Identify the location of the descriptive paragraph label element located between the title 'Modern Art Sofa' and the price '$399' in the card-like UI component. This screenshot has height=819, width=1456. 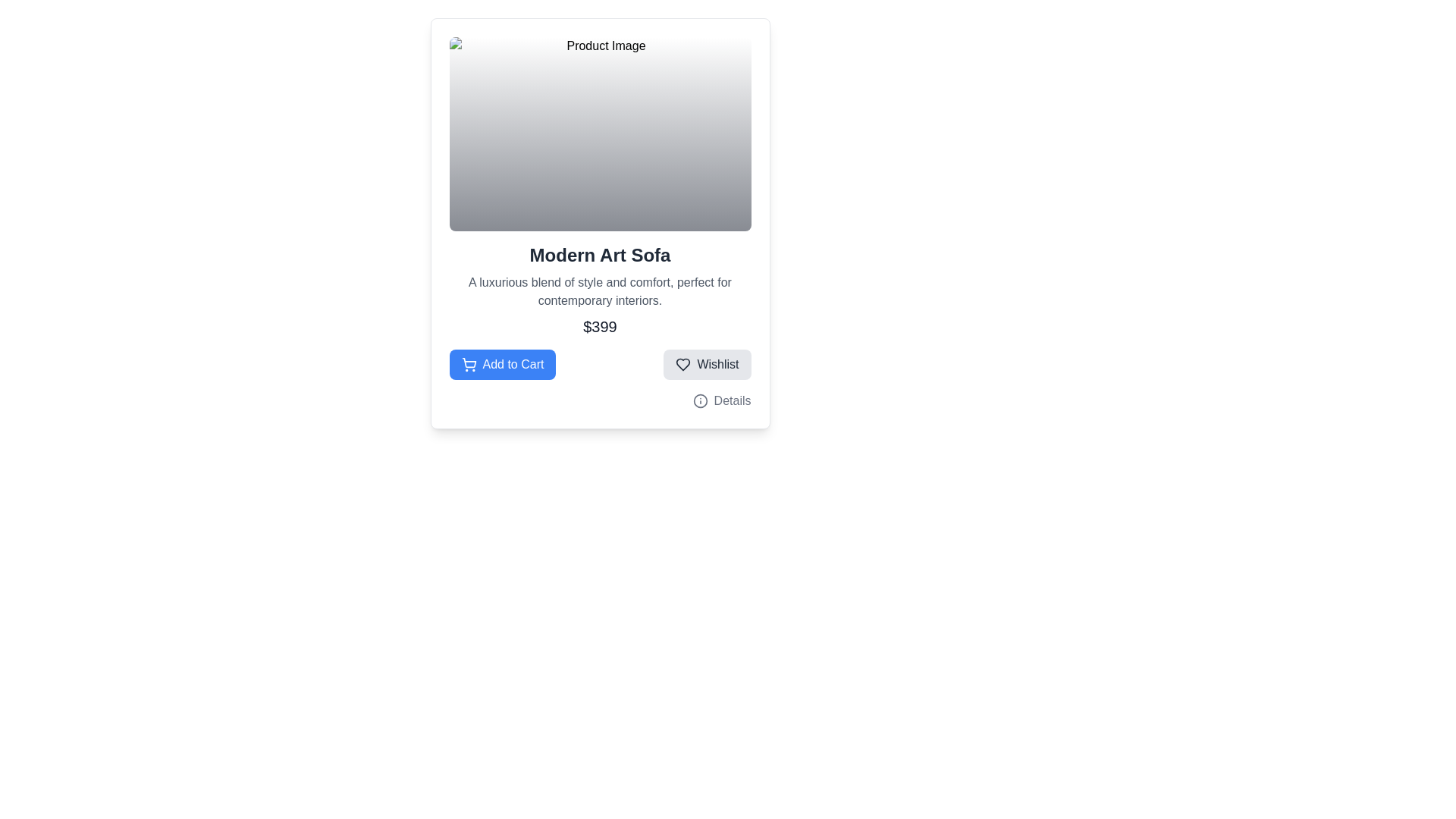
(599, 292).